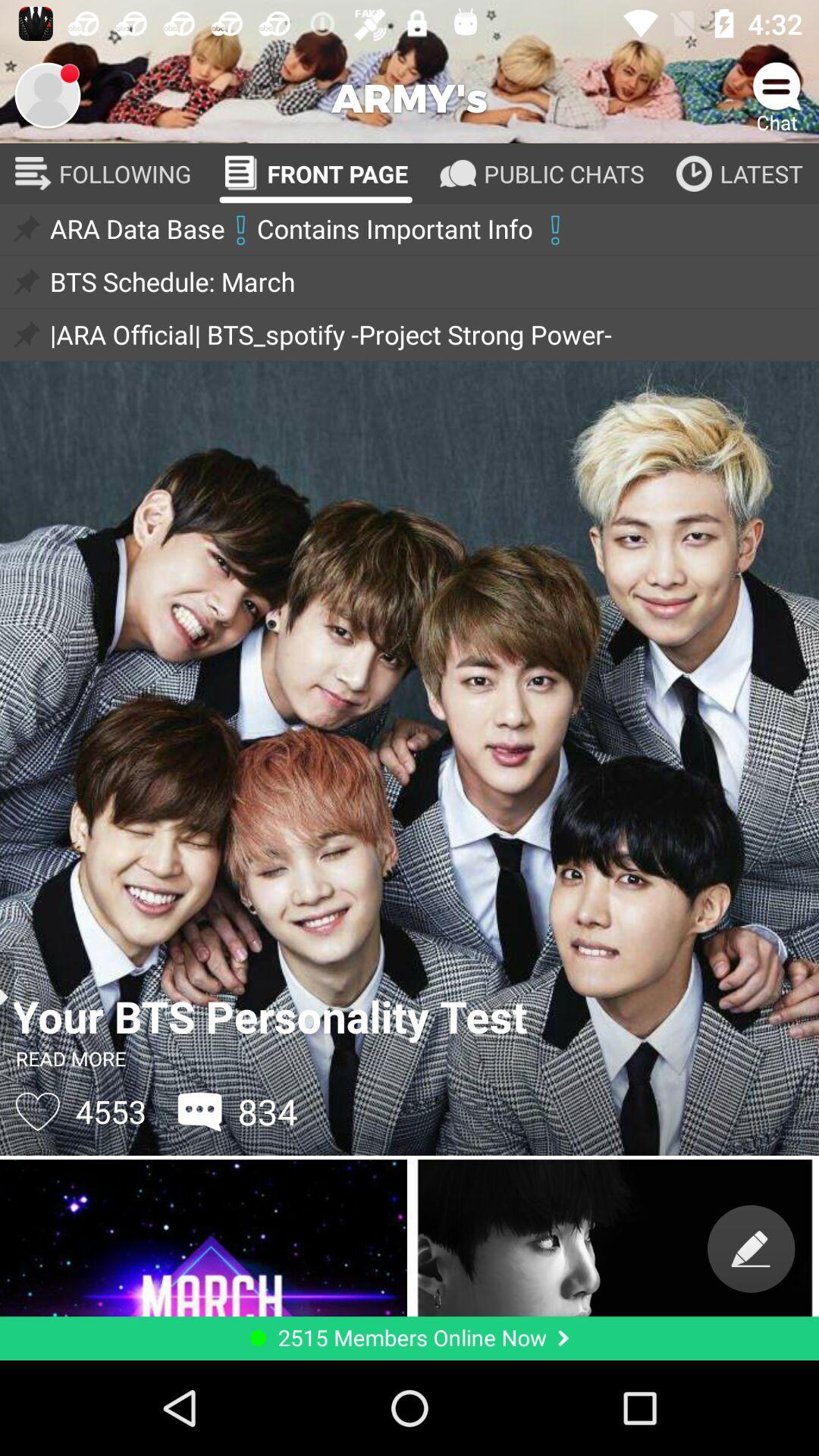  What do you see at coordinates (46, 94) in the screenshot?
I see `account info` at bounding box center [46, 94].